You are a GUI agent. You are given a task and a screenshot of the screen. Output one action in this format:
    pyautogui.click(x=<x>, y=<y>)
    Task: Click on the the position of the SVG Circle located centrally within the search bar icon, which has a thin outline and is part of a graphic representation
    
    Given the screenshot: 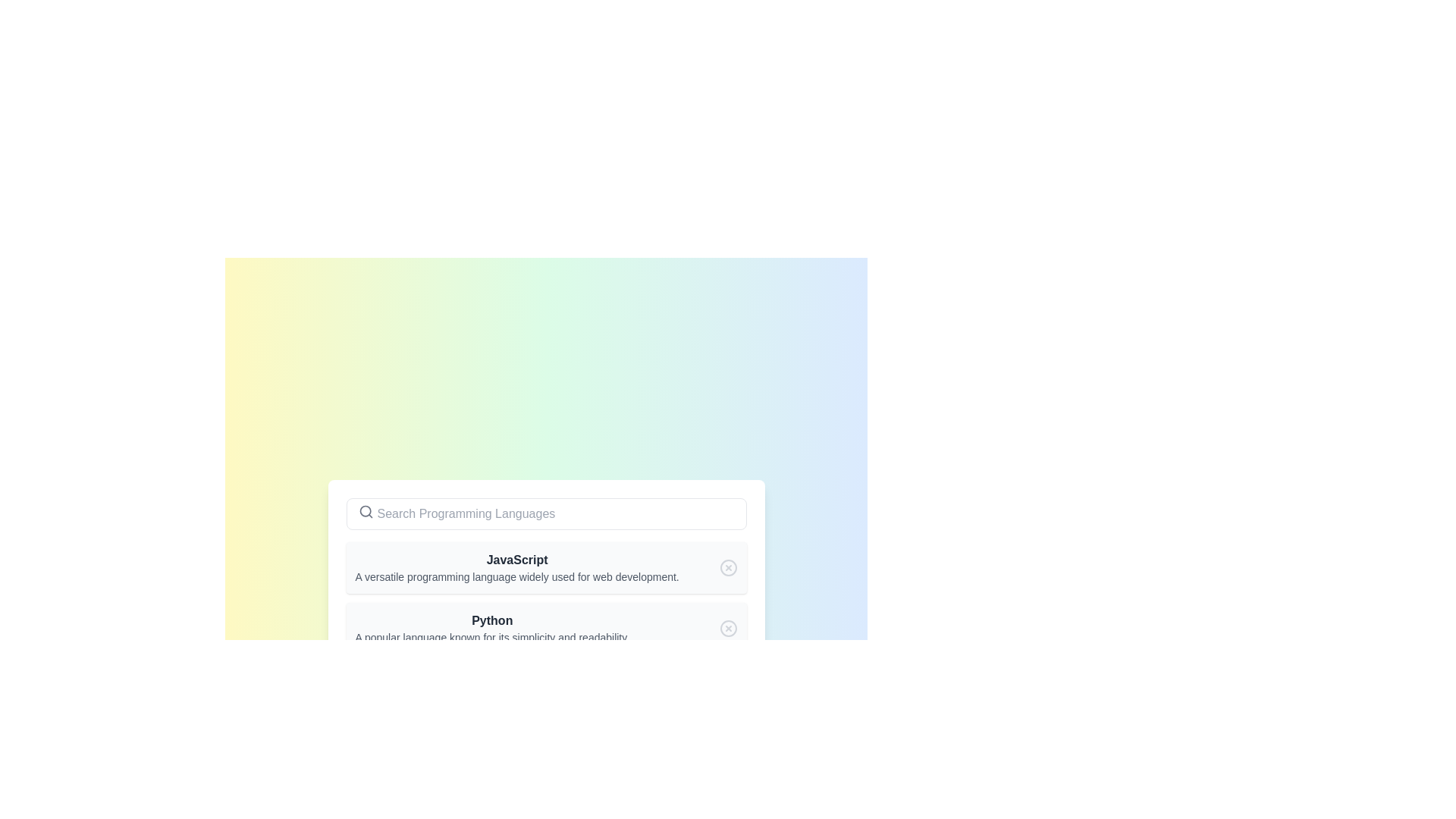 What is the action you would take?
    pyautogui.click(x=365, y=511)
    